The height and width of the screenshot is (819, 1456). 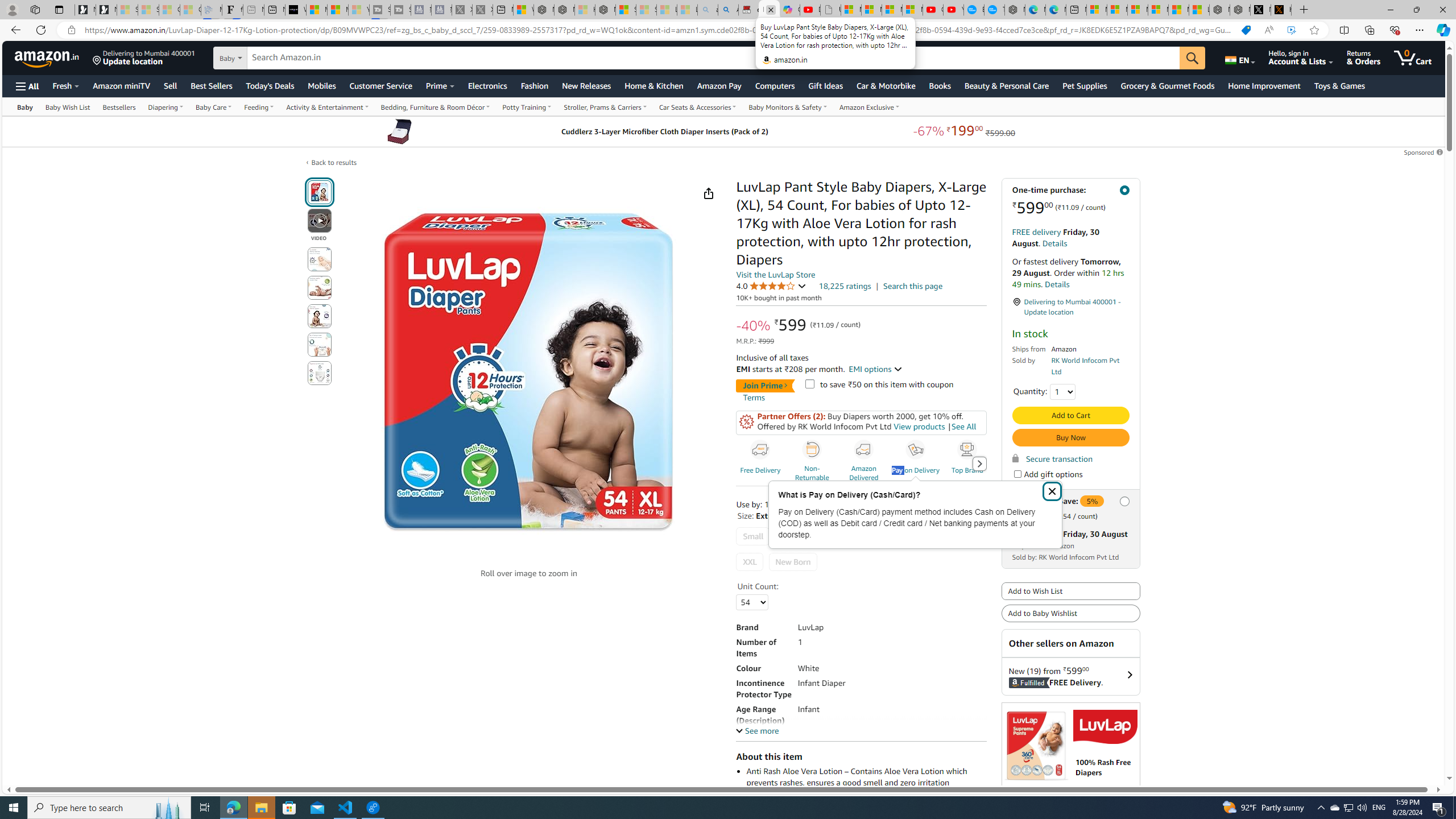 I want to click on 'Newsletter Sign Up', so click(x=106, y=9).